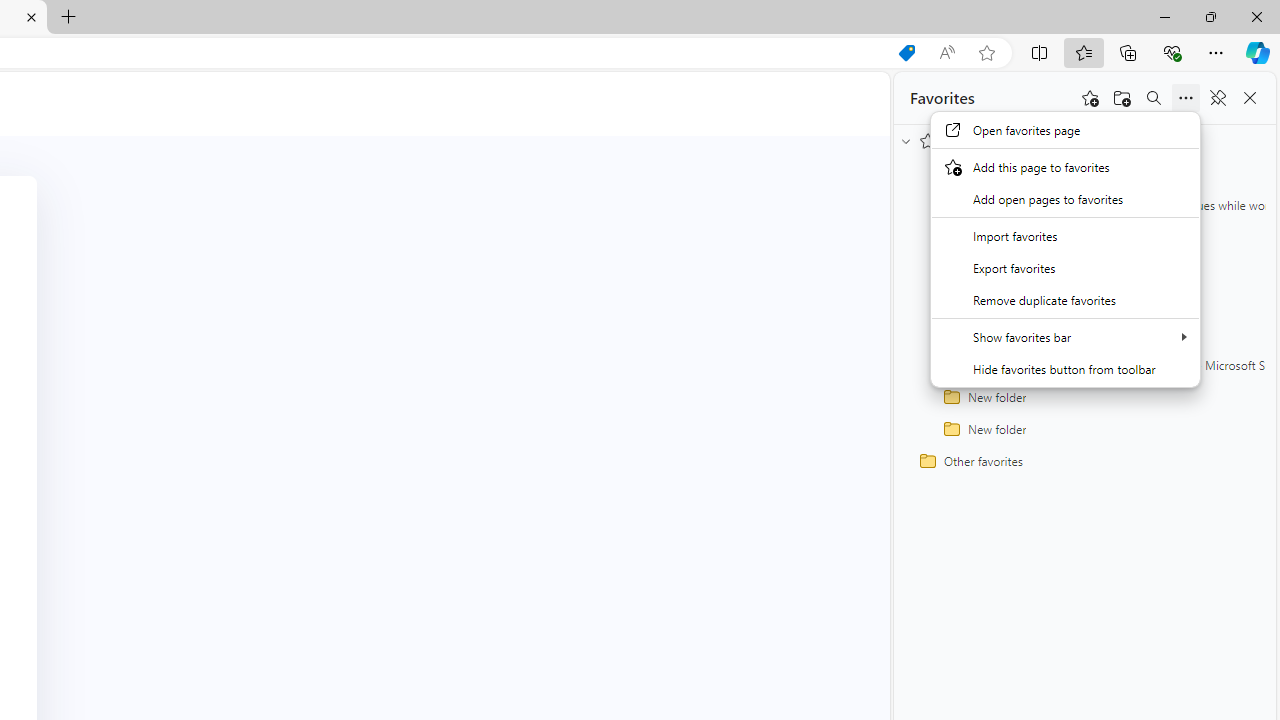 The image size is (1280, 720). What do you see at coordinates (1122, 98) in the screenshot?
I see `'Add folder'` at bounding box center [1122, 98].